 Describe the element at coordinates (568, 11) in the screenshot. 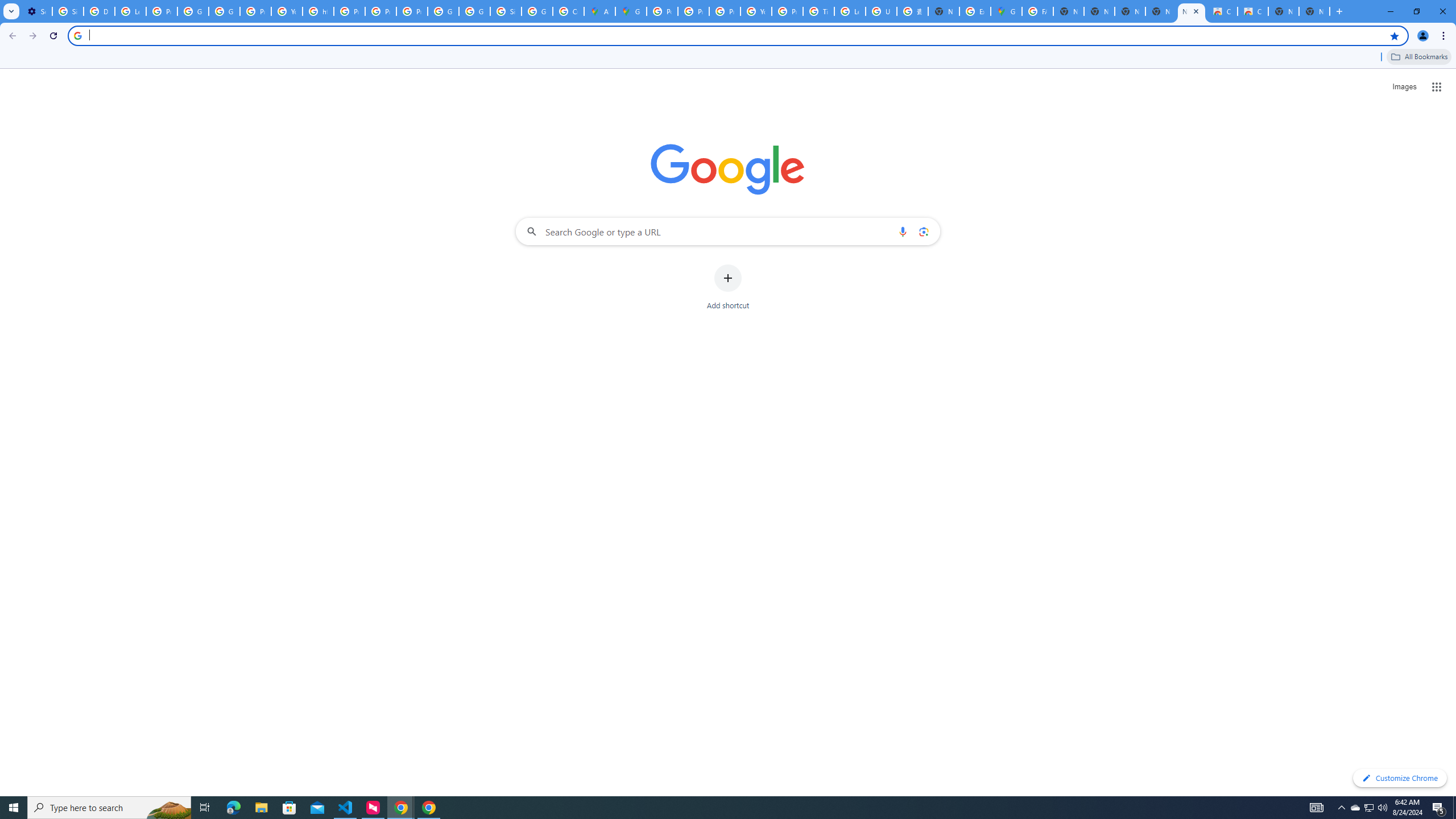

I see `'Create your Google Account'` at that location.